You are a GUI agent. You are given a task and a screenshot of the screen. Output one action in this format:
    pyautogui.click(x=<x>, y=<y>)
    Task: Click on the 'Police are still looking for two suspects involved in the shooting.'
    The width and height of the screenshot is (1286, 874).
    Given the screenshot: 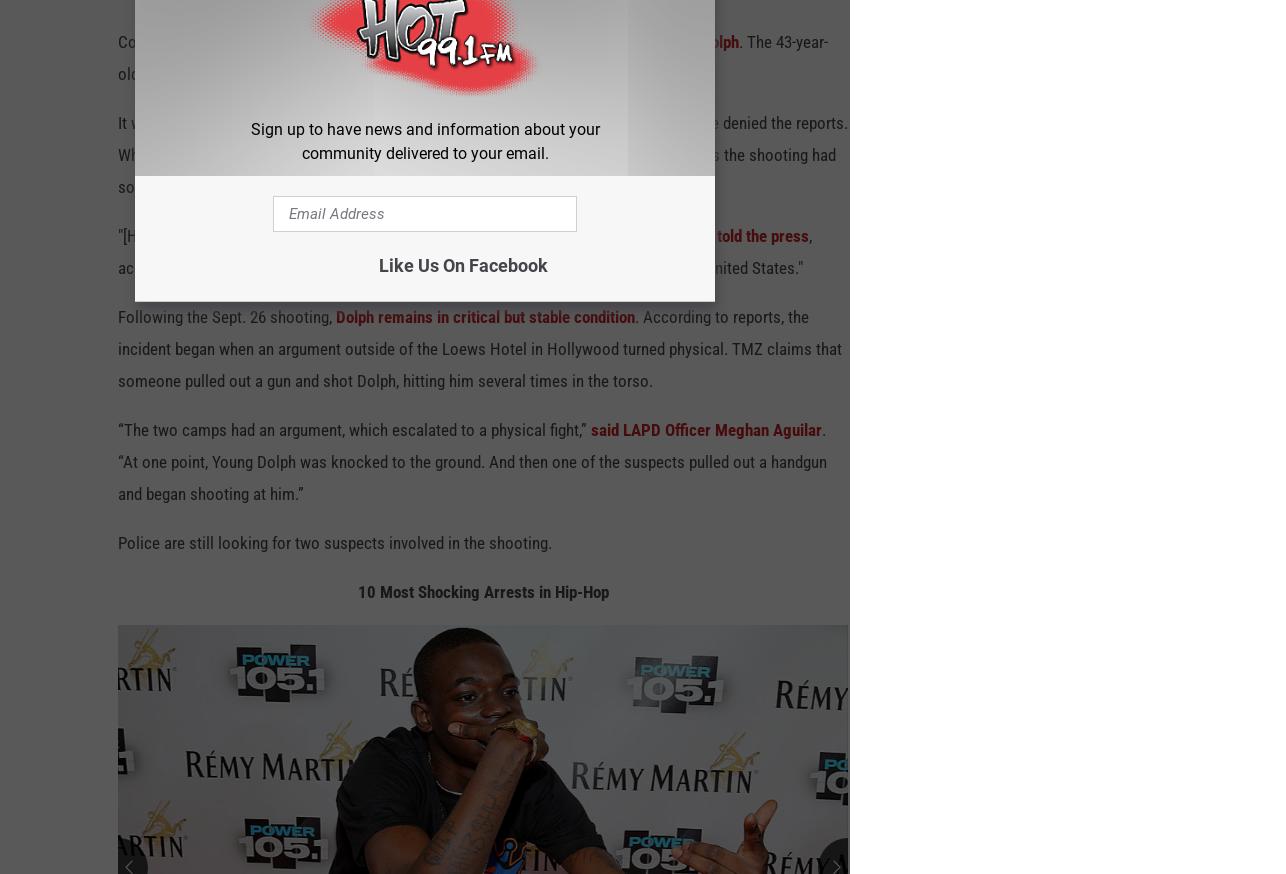 What is the action you would take?
    pyautogui.click(x=118, y=552)
    